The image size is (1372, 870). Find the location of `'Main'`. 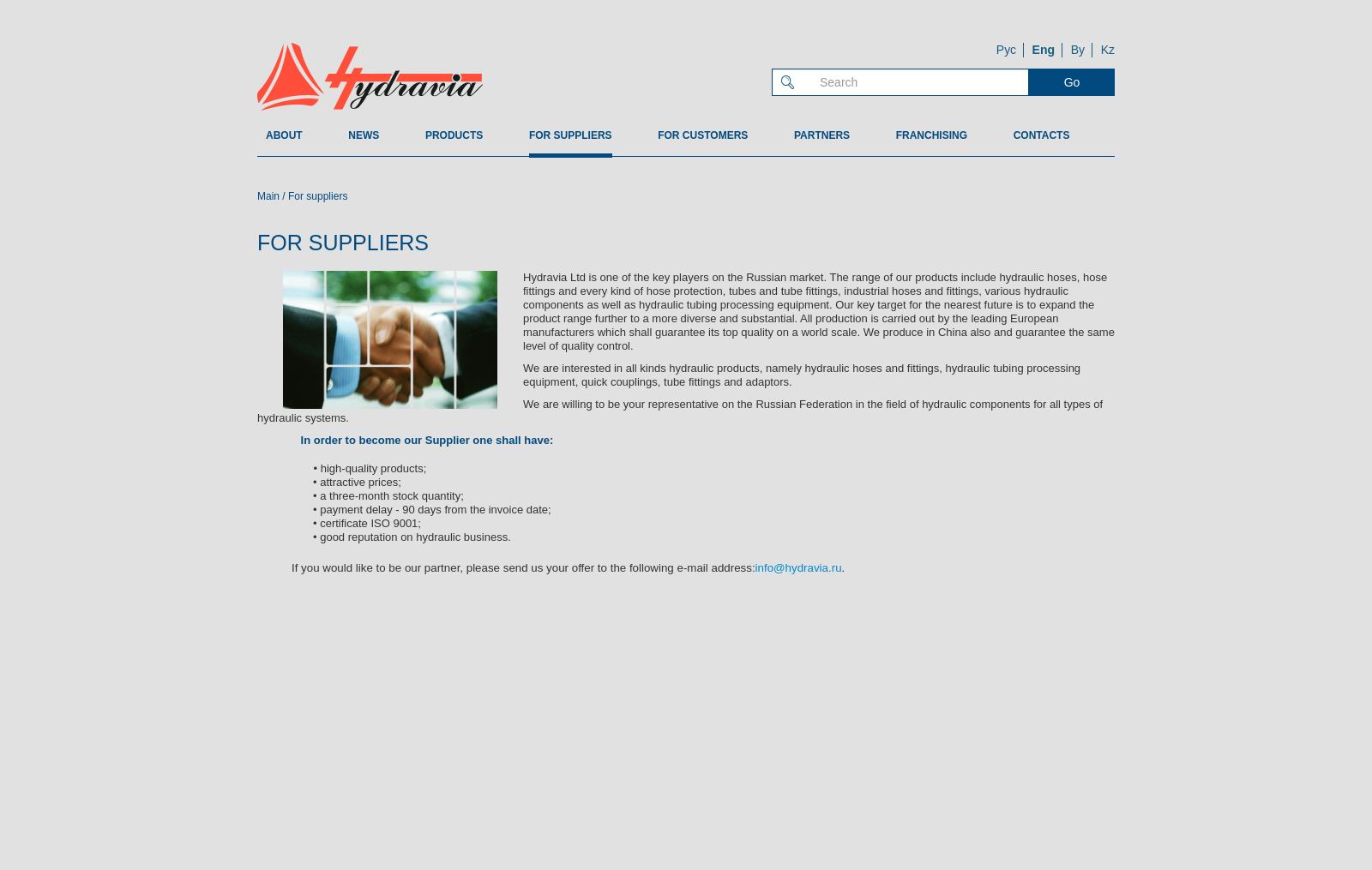

'Main' is located at coordinates (268, 195).